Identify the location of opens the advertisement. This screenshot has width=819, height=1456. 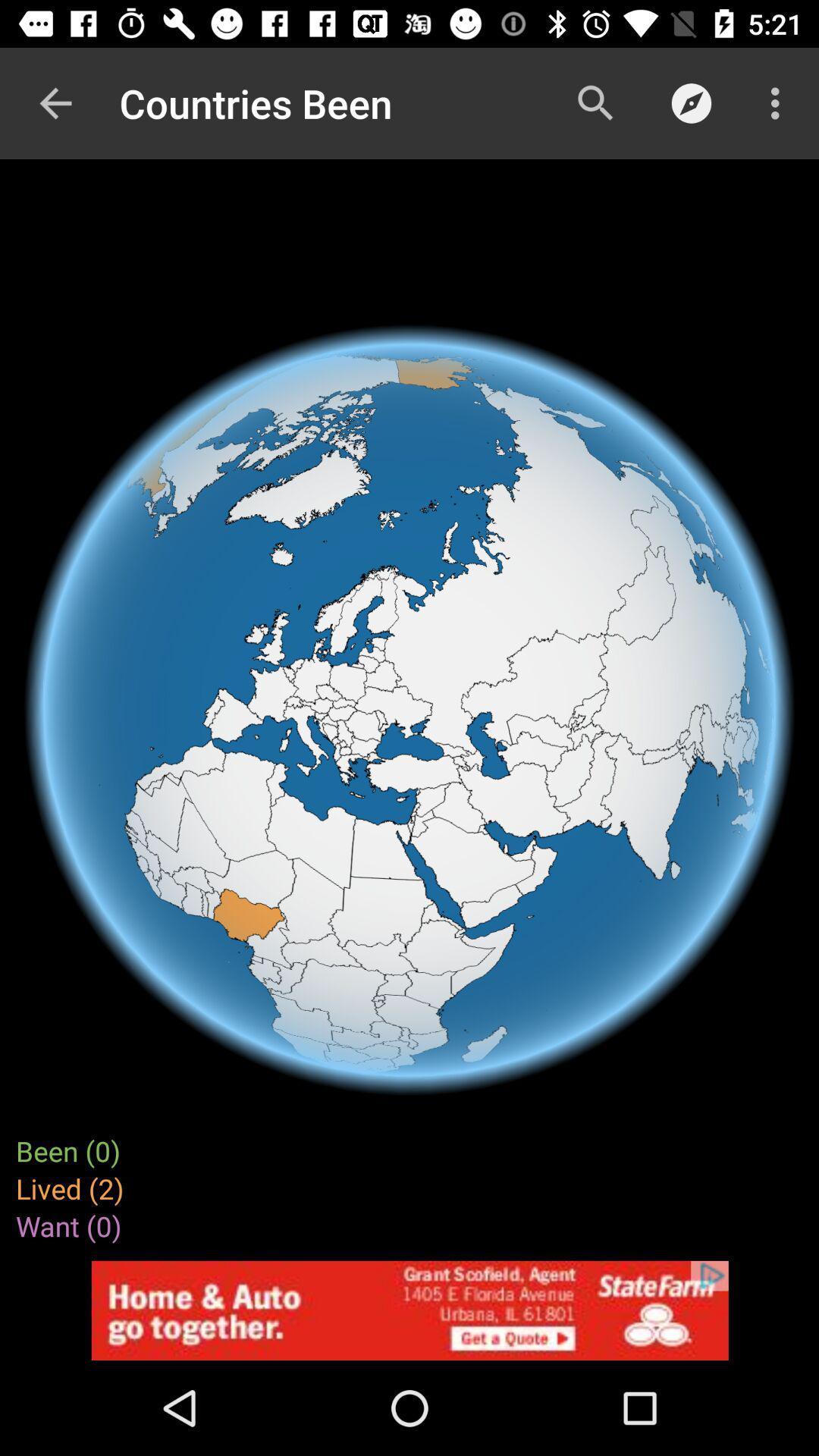
(409, 1310).